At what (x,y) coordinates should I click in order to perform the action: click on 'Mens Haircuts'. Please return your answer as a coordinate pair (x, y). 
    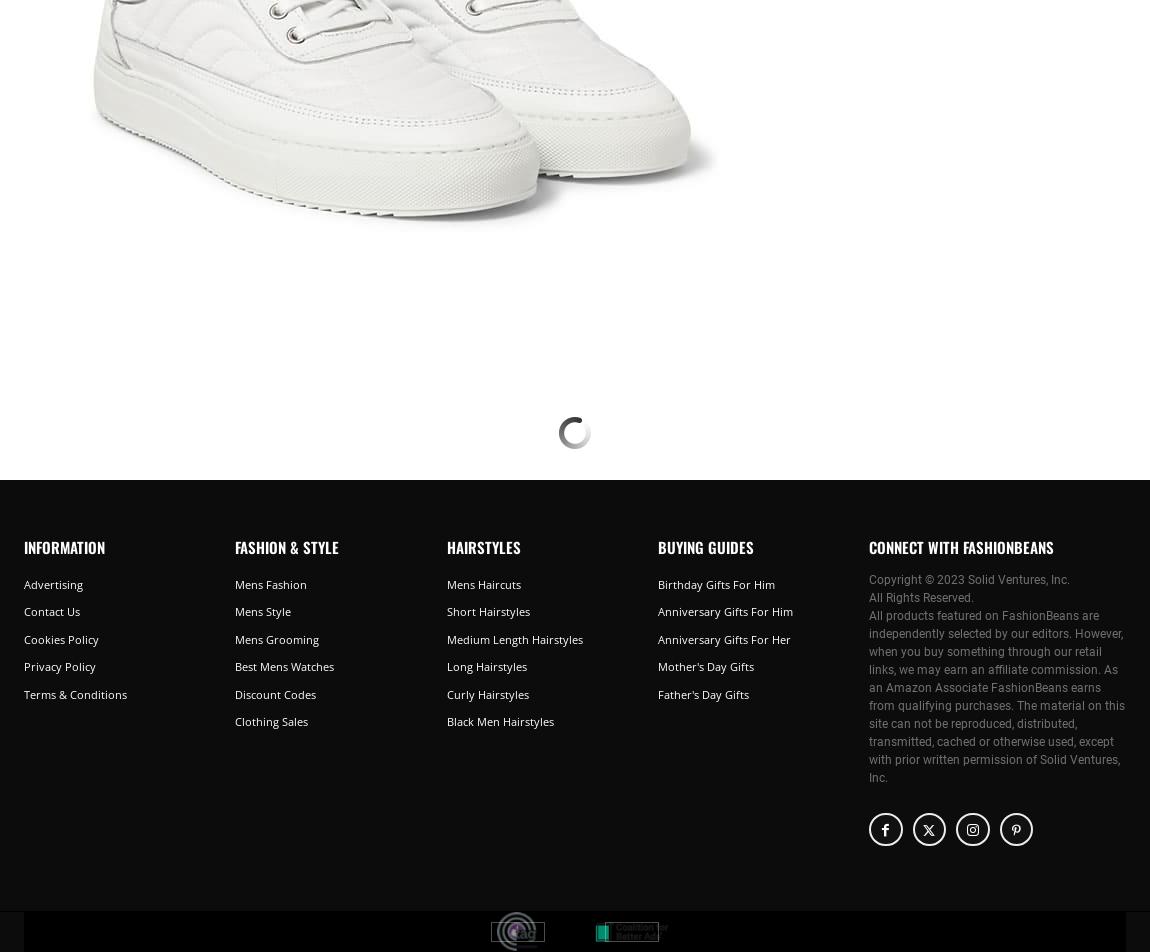
    Looking at the image, I should click on (483, 583).